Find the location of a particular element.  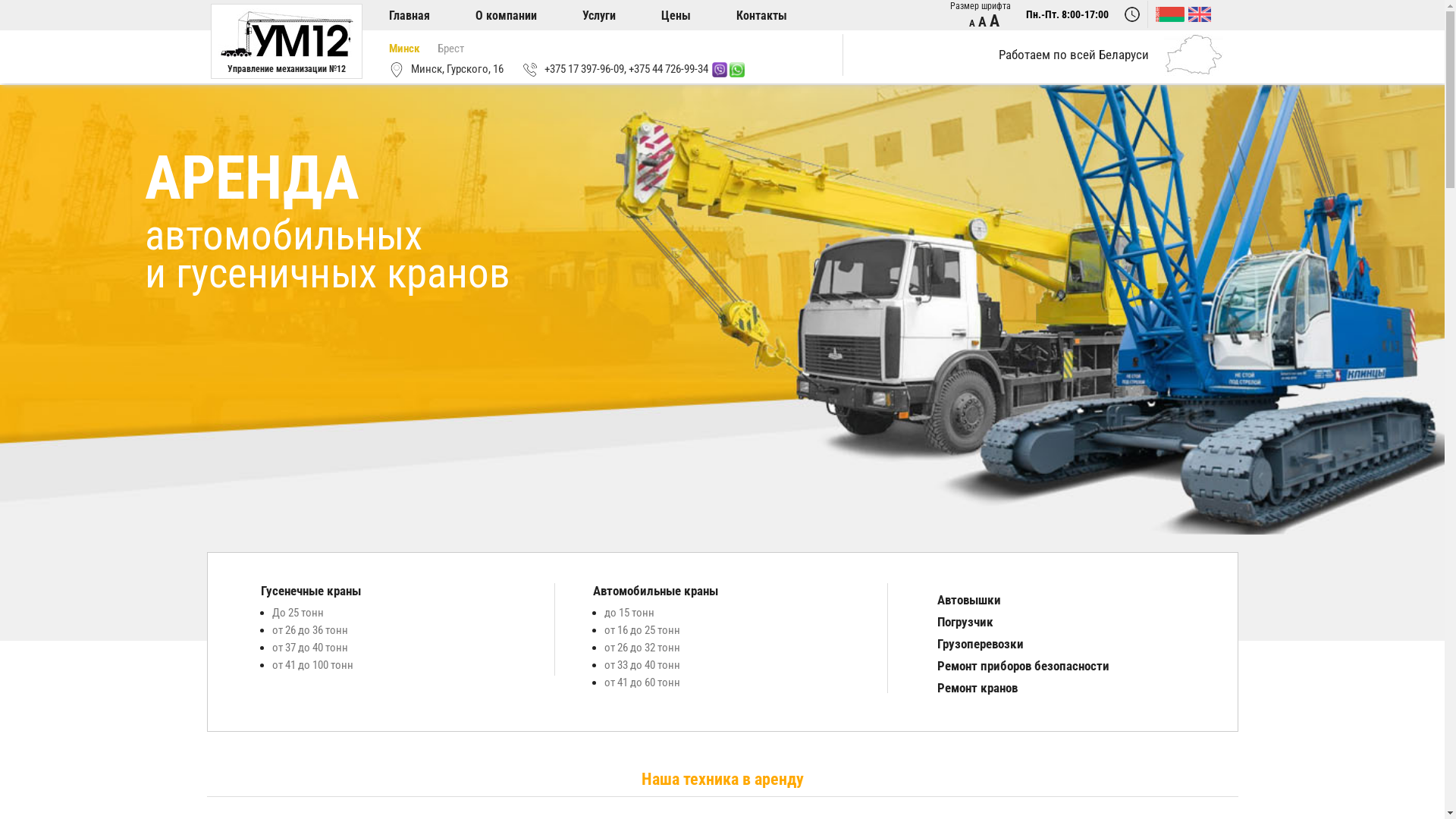

'A' is located at coordinates (982, 21).